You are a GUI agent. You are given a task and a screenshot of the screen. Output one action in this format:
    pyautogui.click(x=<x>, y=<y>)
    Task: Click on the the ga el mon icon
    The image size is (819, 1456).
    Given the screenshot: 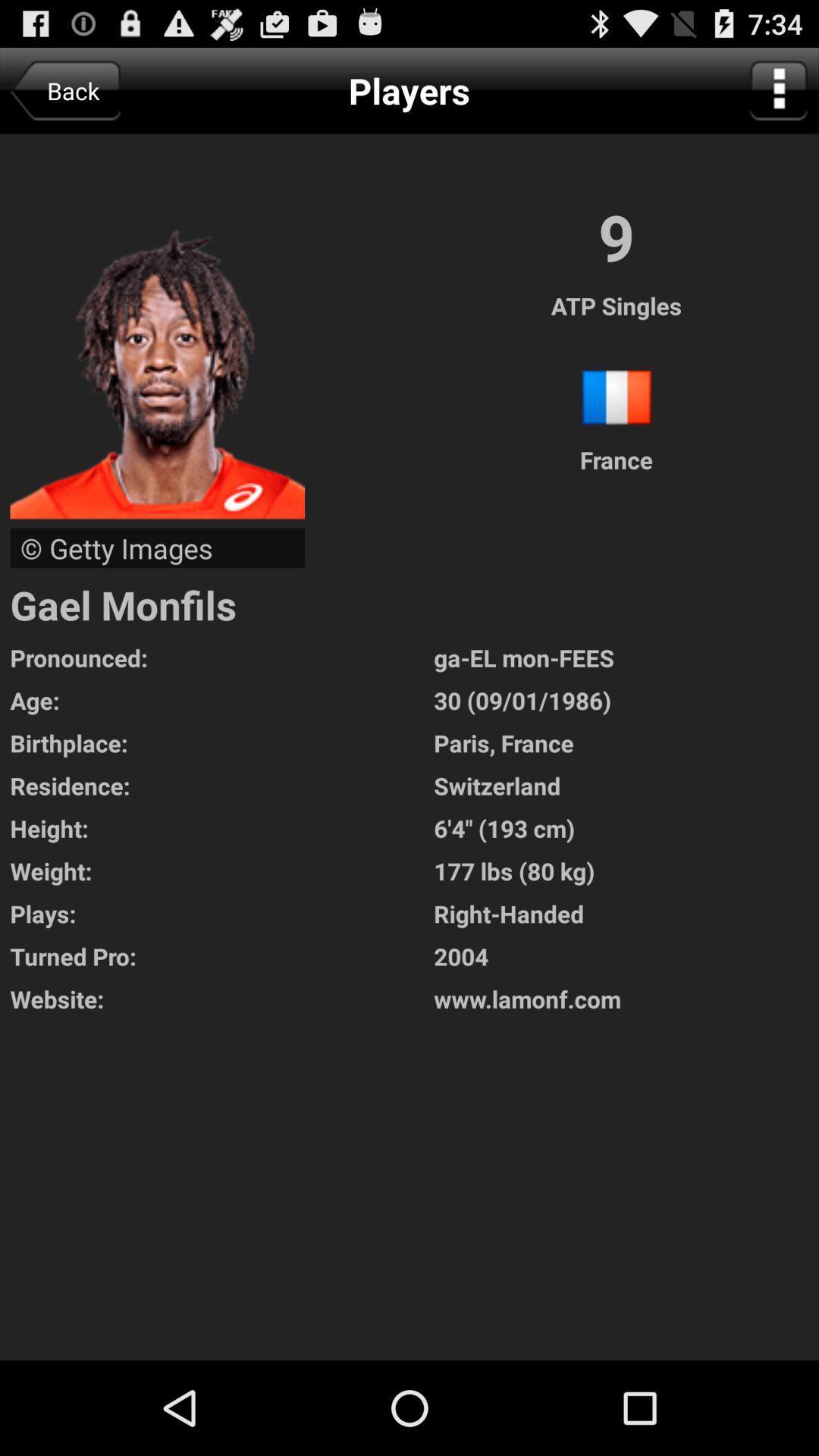 What is the action you would take?
    pyautogui.click(x=626, y=657)
    